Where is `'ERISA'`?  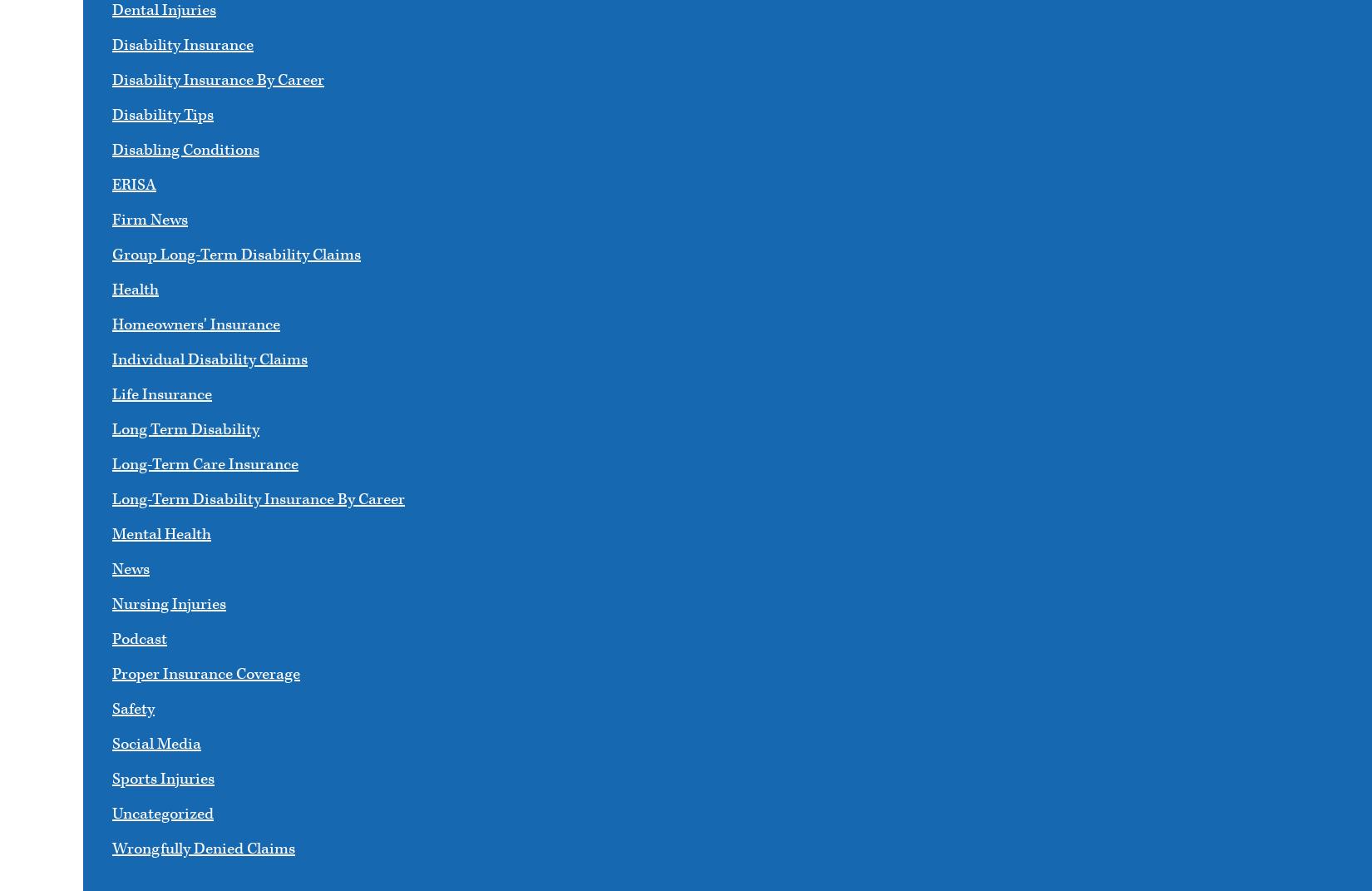
'ERISA' is located at coordinates (111, 184).